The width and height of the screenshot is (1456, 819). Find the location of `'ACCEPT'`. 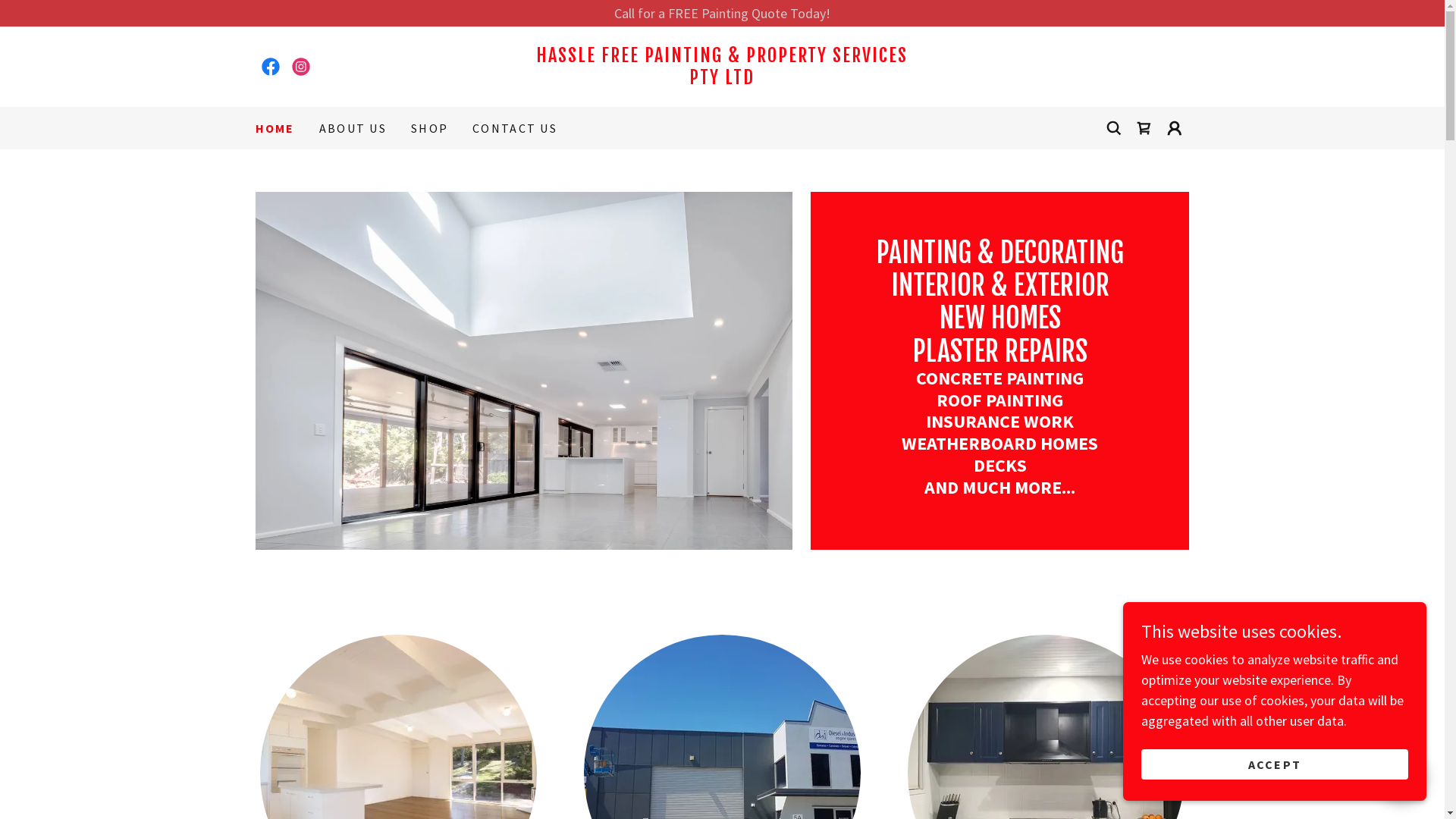

'ACCEPT' is located at coordinates (1274, 764).